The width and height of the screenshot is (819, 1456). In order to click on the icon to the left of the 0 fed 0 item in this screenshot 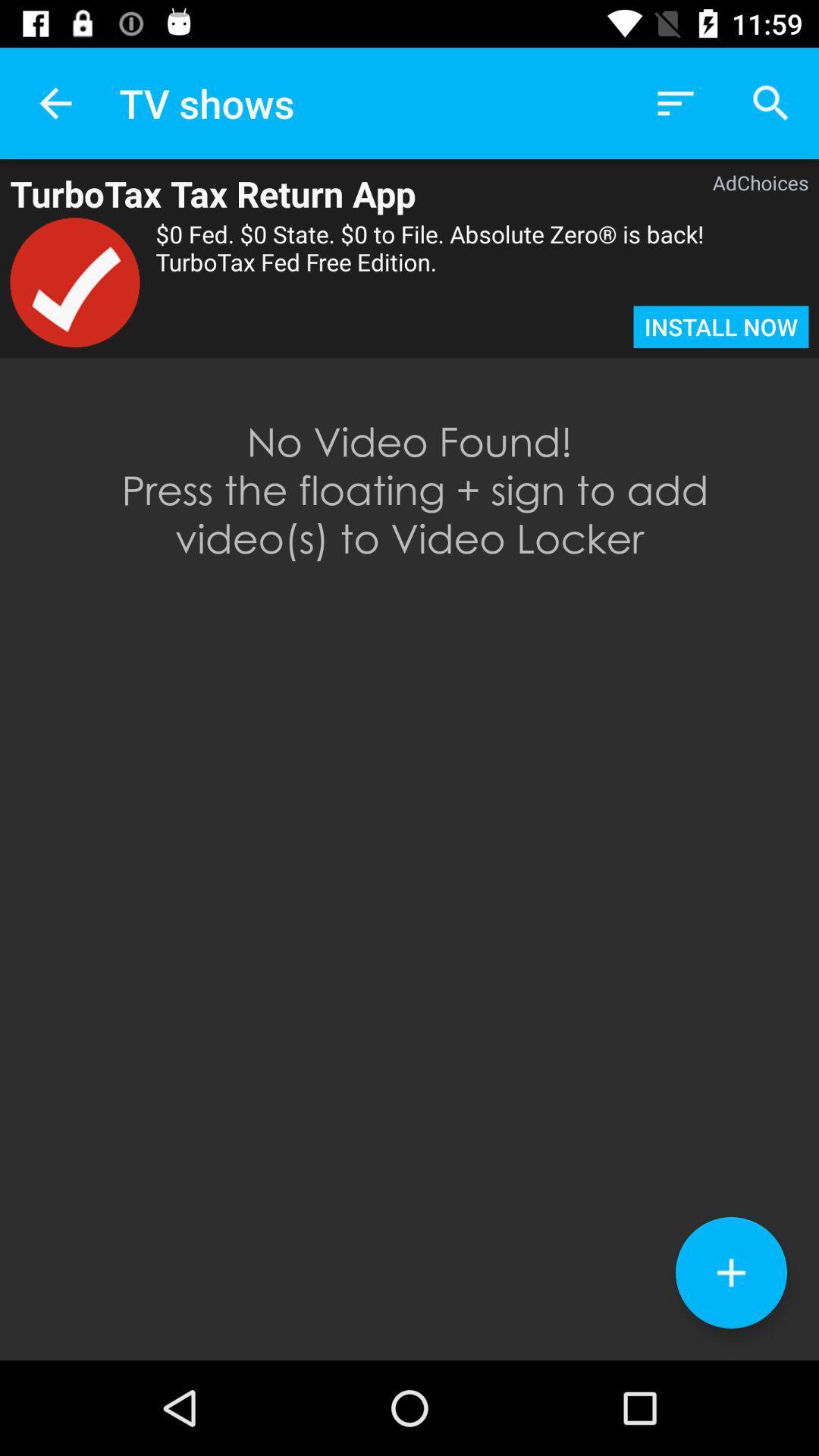, I will do `click(75, 282)`.